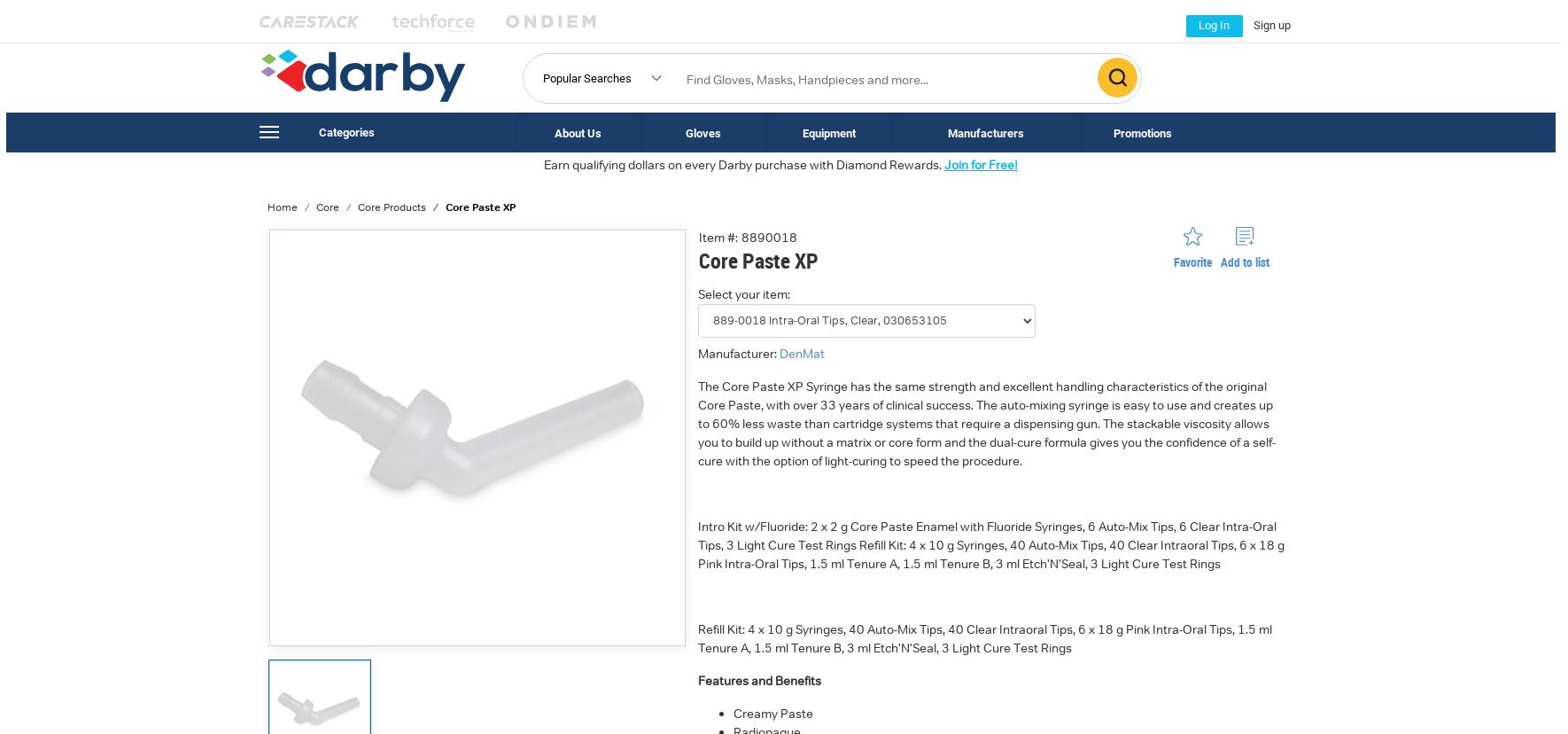 This screenshot has width=1568, height=734. Describe the element at coordinates (702, 133) in the screenshot. I see `'Gloves'` at that location.